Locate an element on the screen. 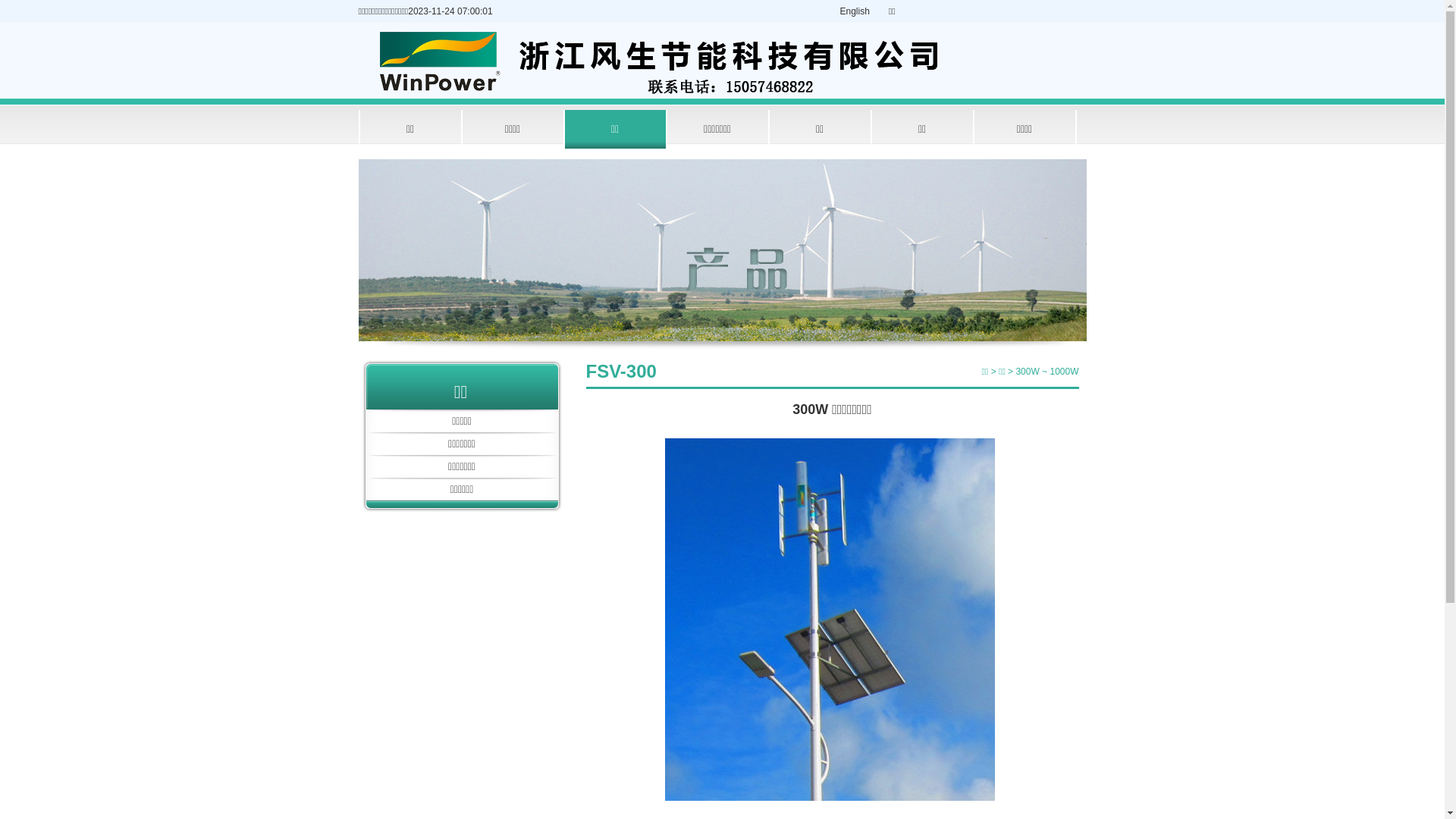 Image resolution: width=1456 pixels, height=819 pixels. 'English' is located at coordinates (855, 11).